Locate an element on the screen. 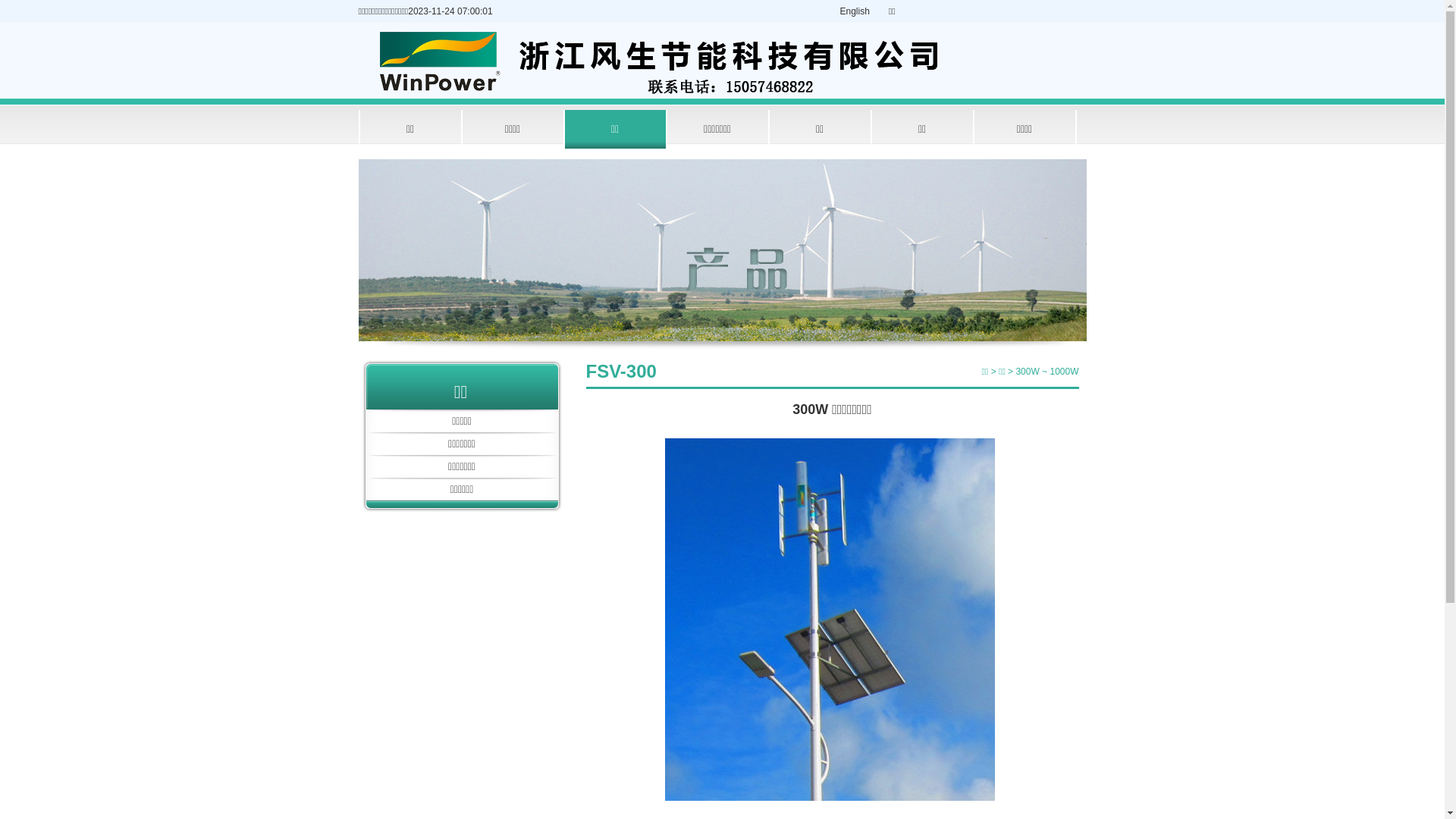 Image resolution: width=1456 pixels, height=819 pixels. 'English' is located at coordinates (855, 11).